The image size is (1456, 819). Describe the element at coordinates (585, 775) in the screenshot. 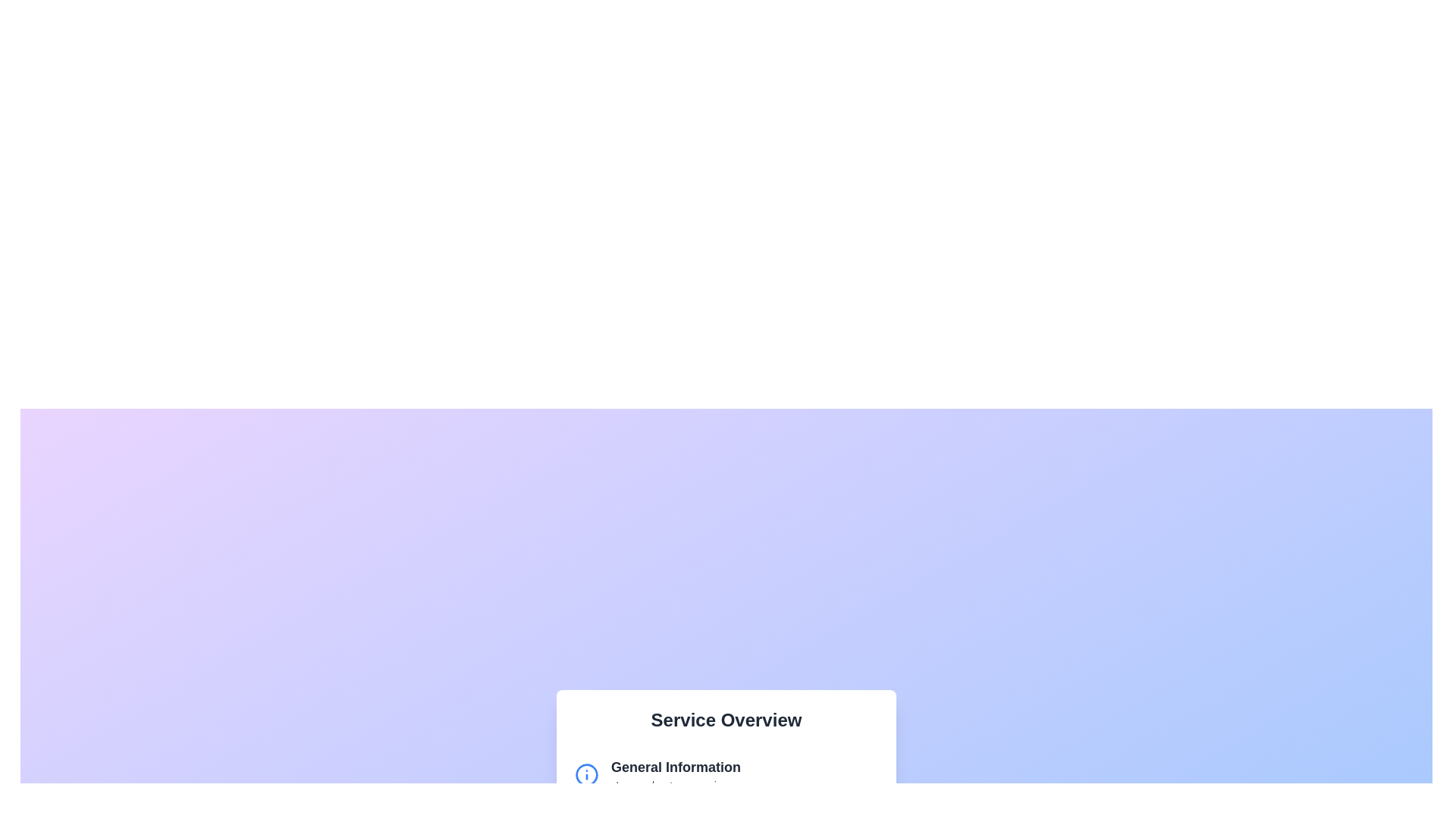

I see `the blue circular icon with an 'i' symbol located to the left of the text 'General Information'` at that location.